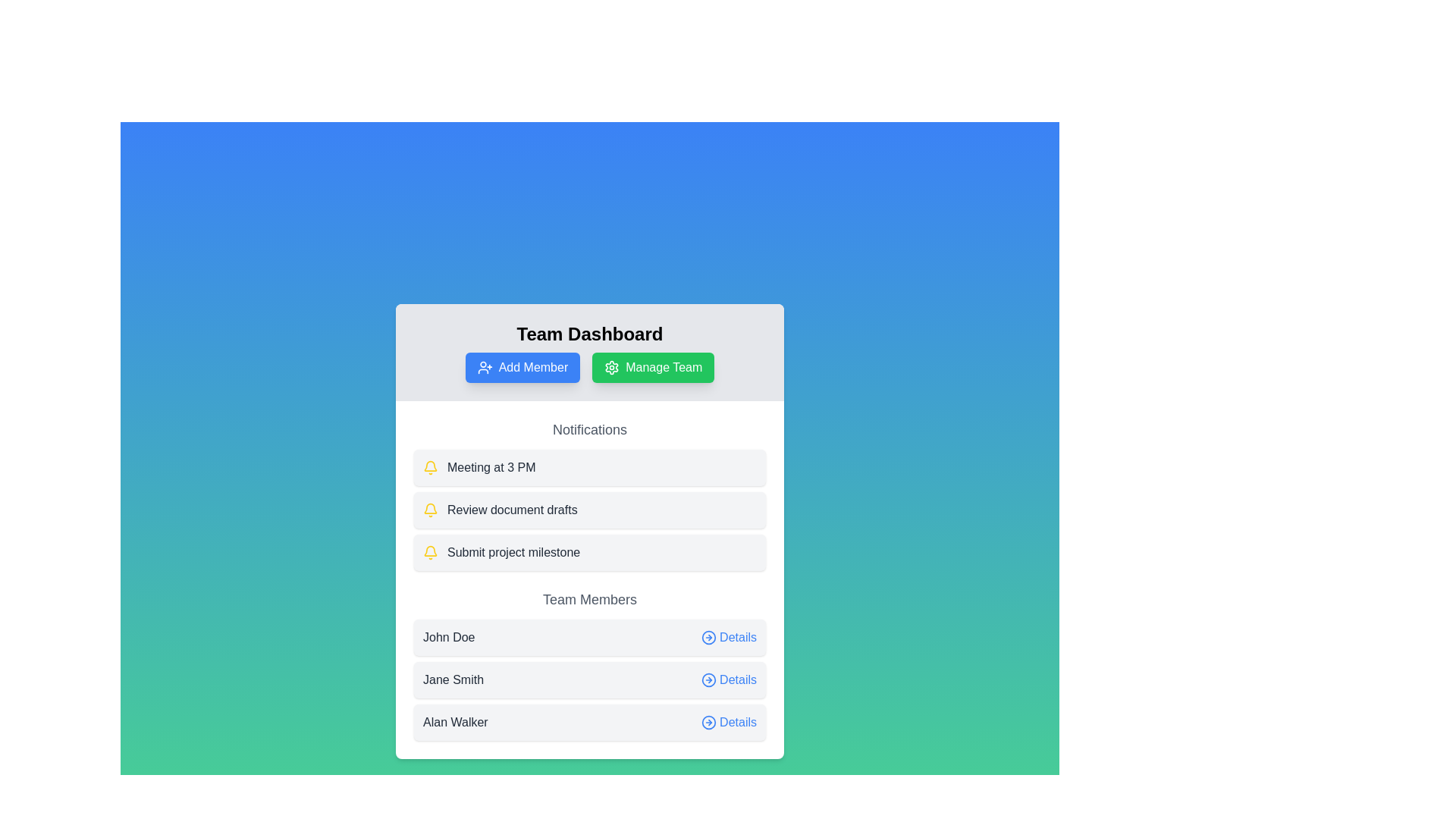  Describe the element at coordinates (729, 679) in the screenshot. I see `the 'Details' text button with an integrated icon, styled in blue, located to the far right of the 'Team Members' section, specifically the second 'Details' button below 'John Doe'` at that location.